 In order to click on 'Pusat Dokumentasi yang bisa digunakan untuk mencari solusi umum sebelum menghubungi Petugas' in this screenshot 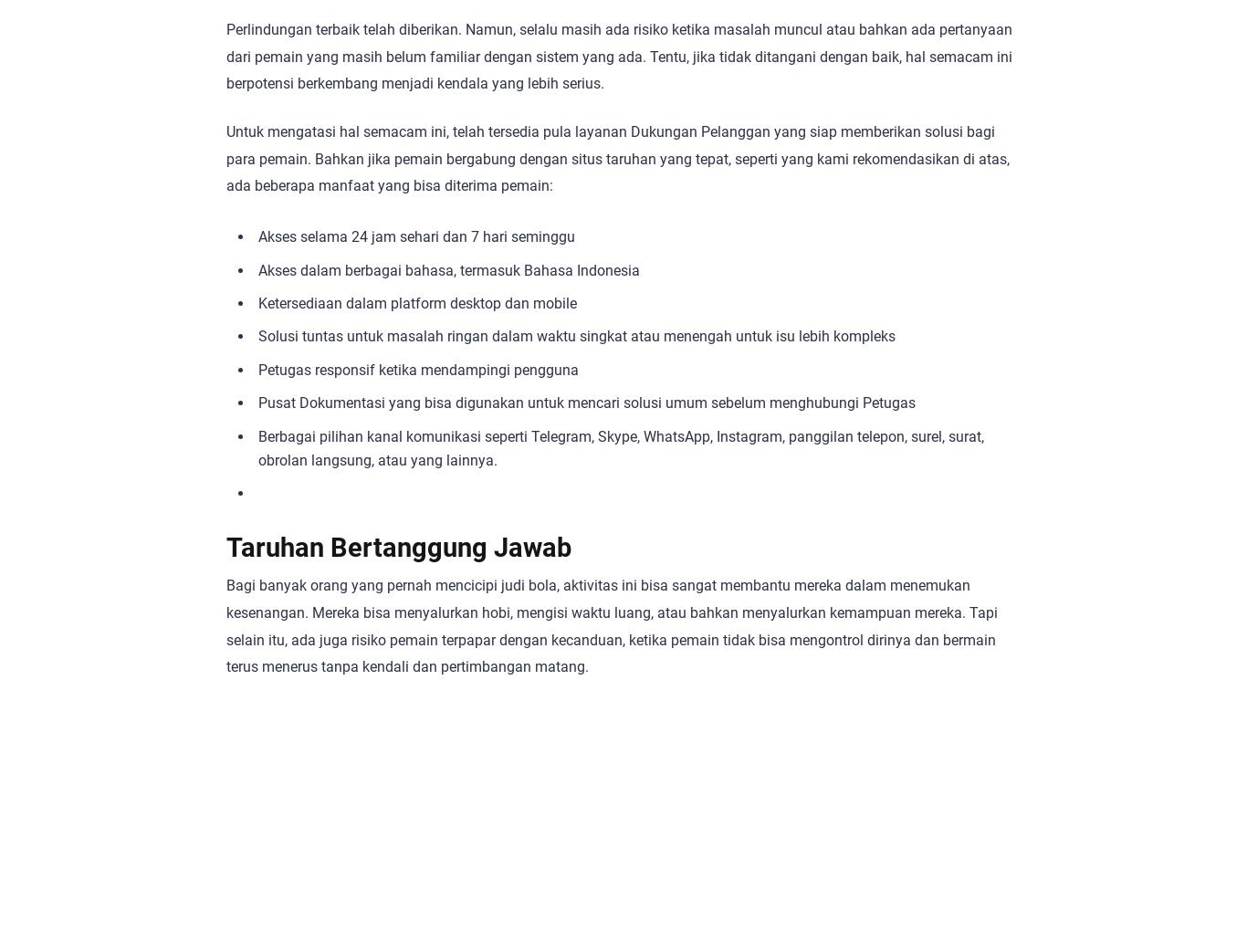, I will do `click(258, 403)`.